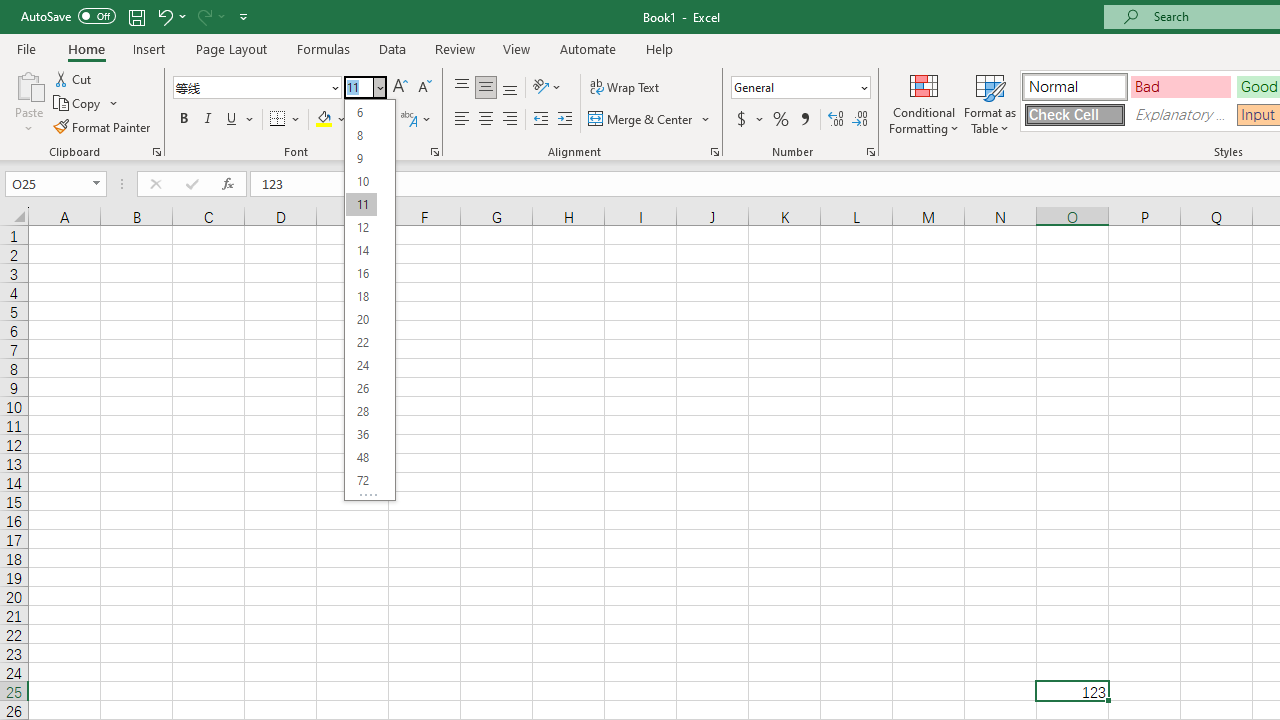 The width and height of the screenshot is (1280, 720). I want to click on 'Underline', so click(240, 119).